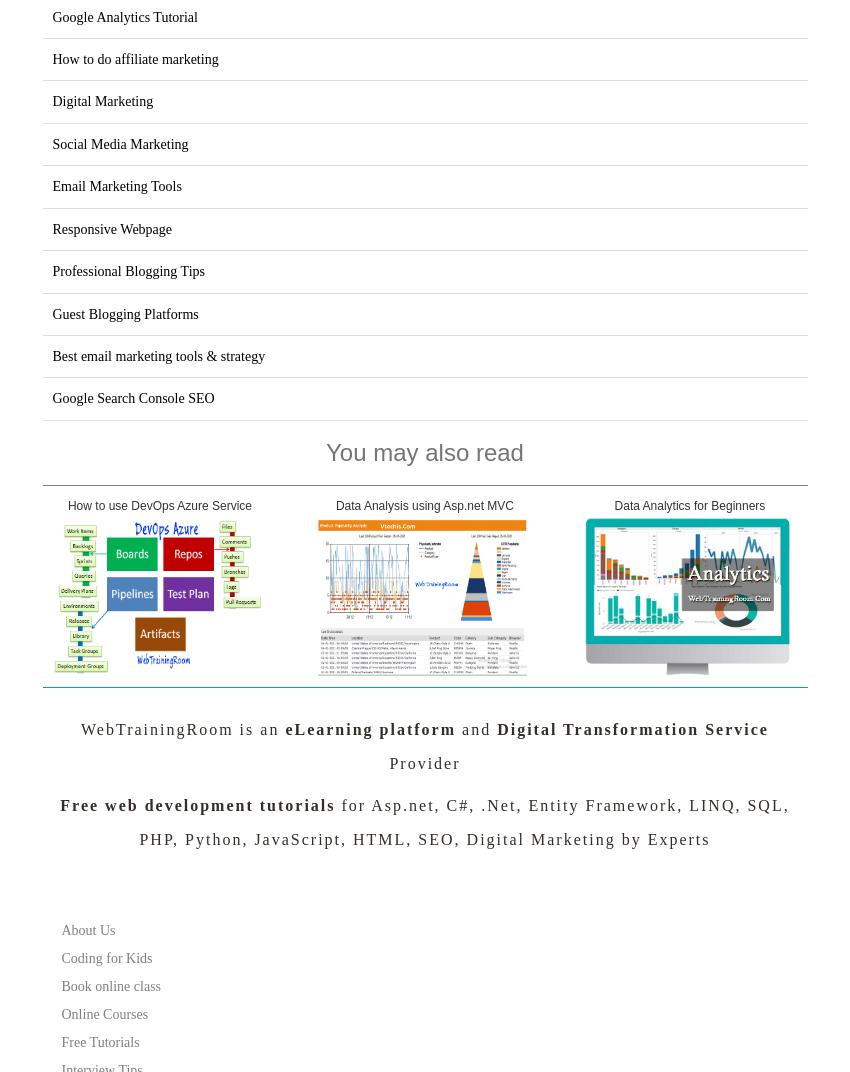 This screenshot has width=850, height=1072. I want to click on 'for Asp.net, C#, .Net, Entity Framework, LINQ, SQL, PHP, Python, JavaScript, HTML, SEO, Digital Marketing by Experts', so click(463, 821).